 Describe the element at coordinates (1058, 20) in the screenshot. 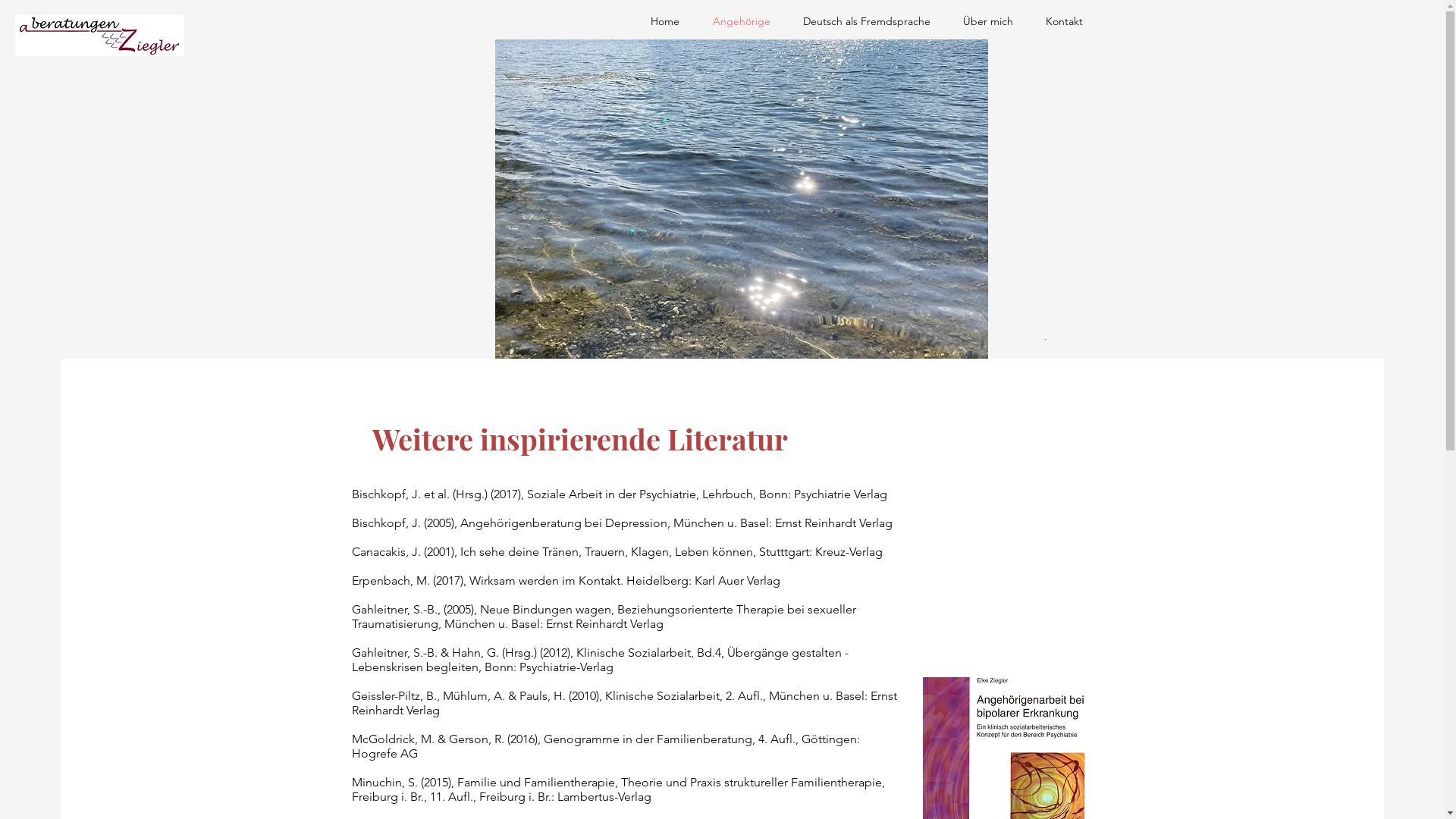

I see `'Kontakt'` at that location.